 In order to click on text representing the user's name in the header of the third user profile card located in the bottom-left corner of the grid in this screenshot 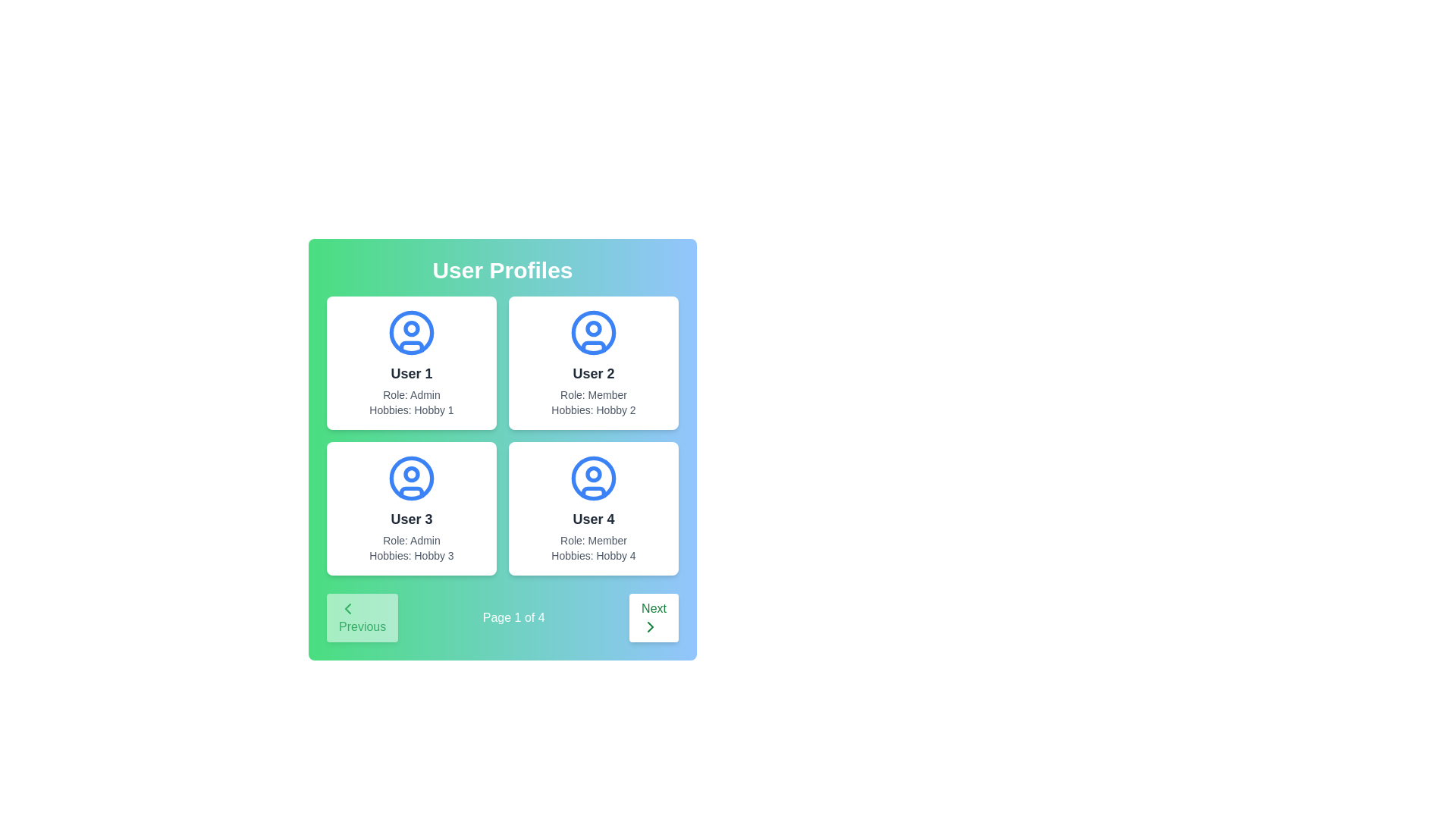, I will do `click(411, 519)`.